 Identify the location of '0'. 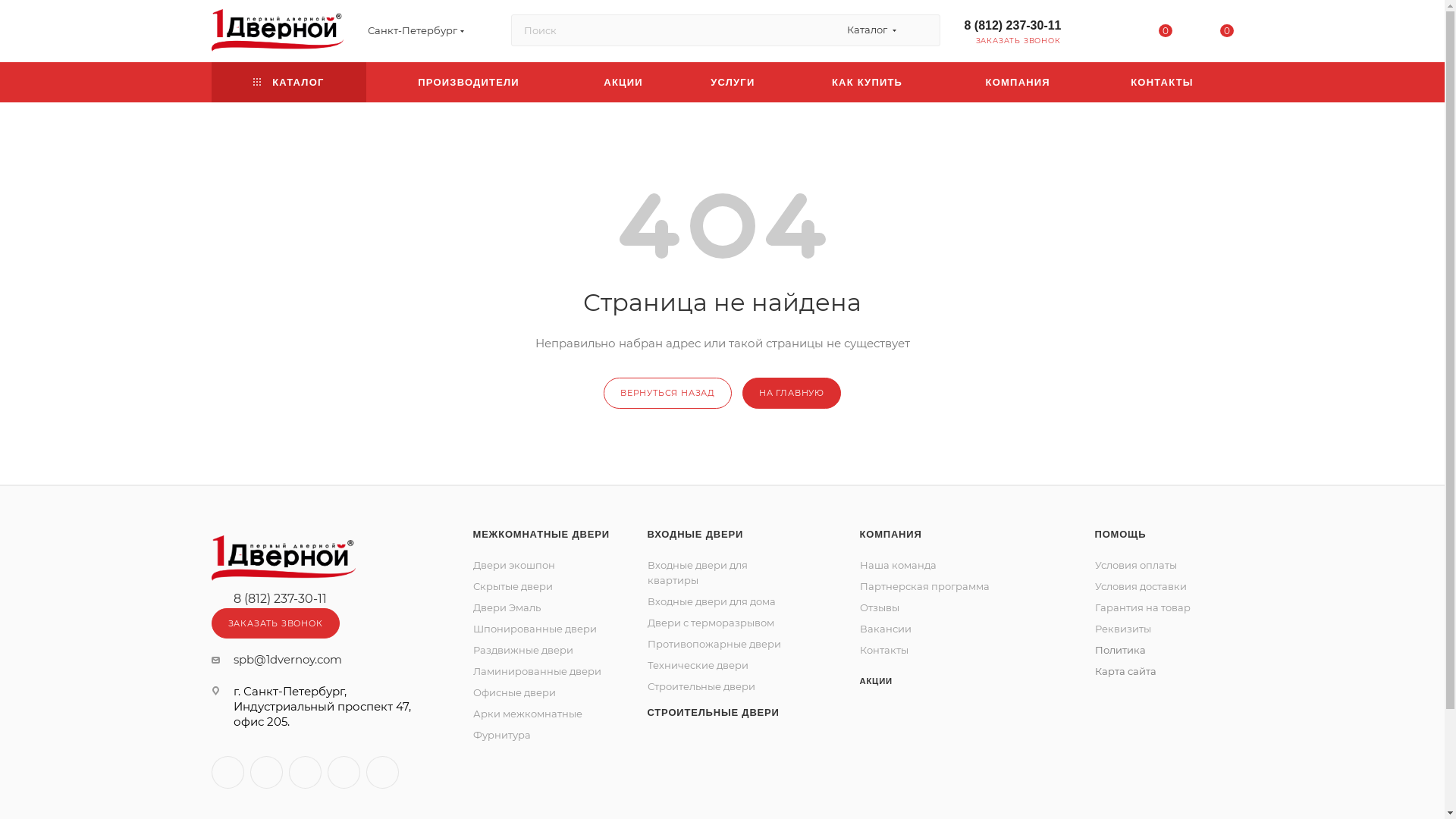
(1156, 32).